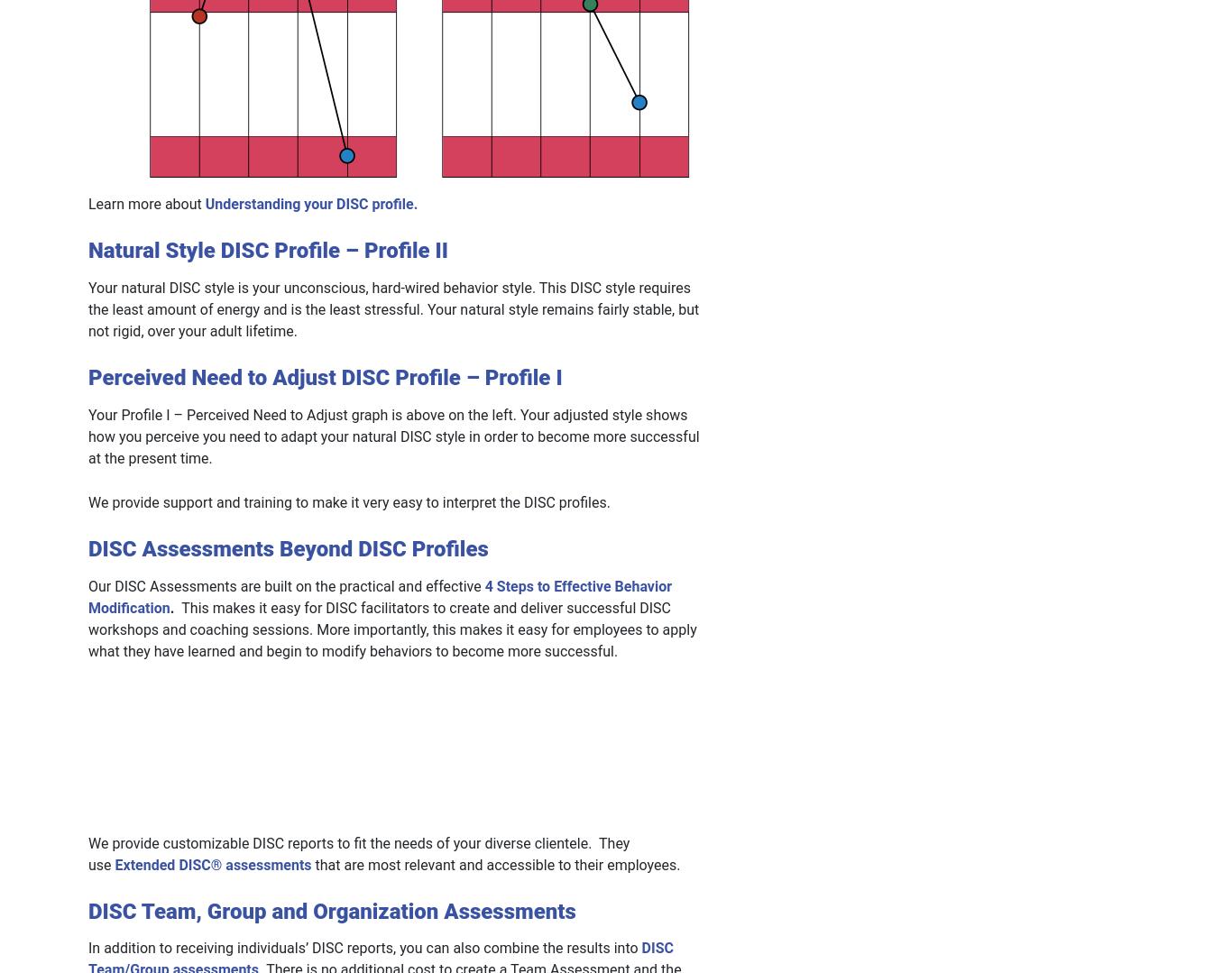 The height and width of the screenshot is (973, 1232). Describe the element at coordinates (268, 250) in the screenshot. I see `'Natural Style DISC Profile – Profile II'` at that location.